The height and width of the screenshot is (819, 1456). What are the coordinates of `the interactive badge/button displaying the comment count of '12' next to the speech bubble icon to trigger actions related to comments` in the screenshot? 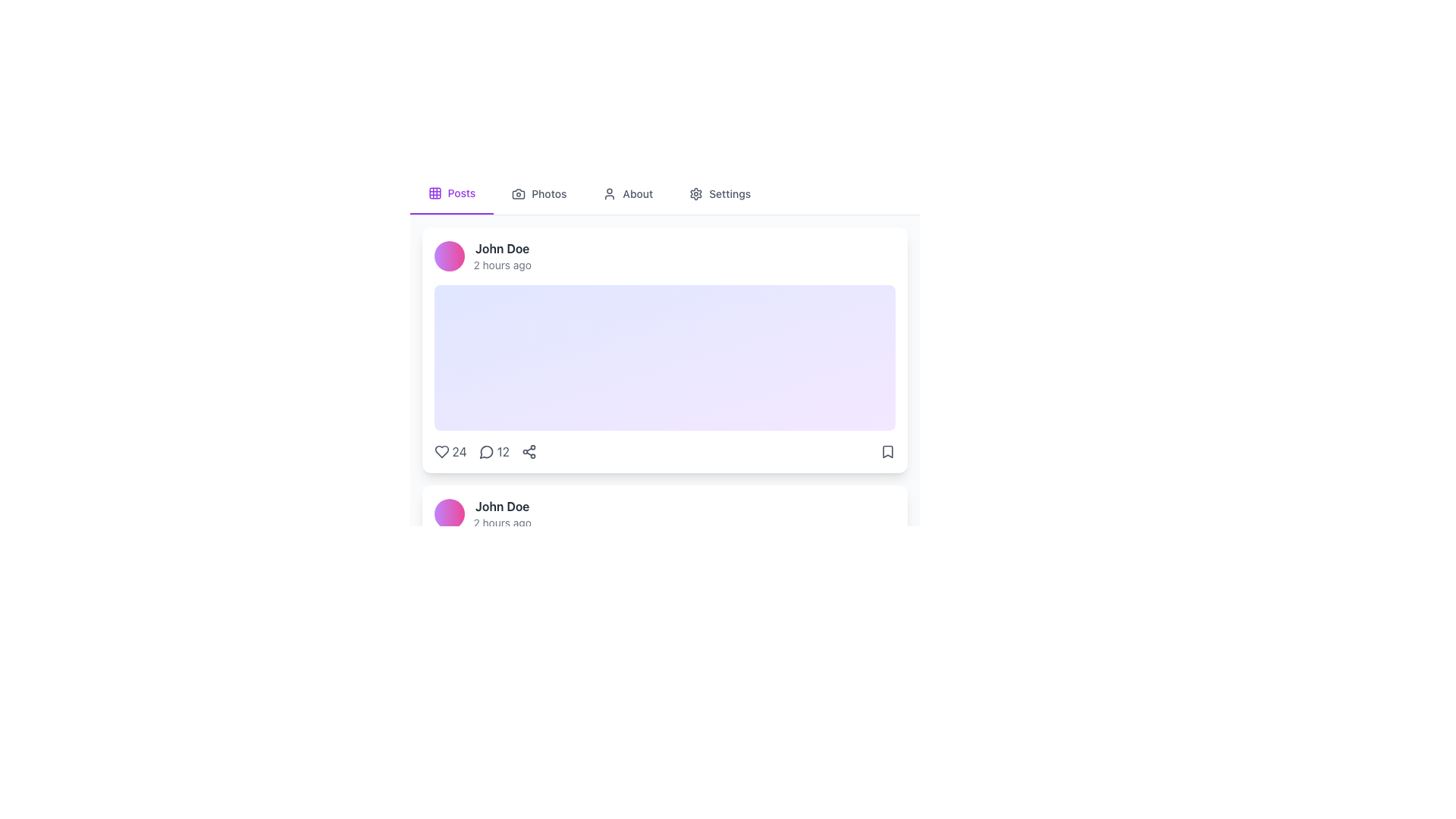 It's located at (494, 451).